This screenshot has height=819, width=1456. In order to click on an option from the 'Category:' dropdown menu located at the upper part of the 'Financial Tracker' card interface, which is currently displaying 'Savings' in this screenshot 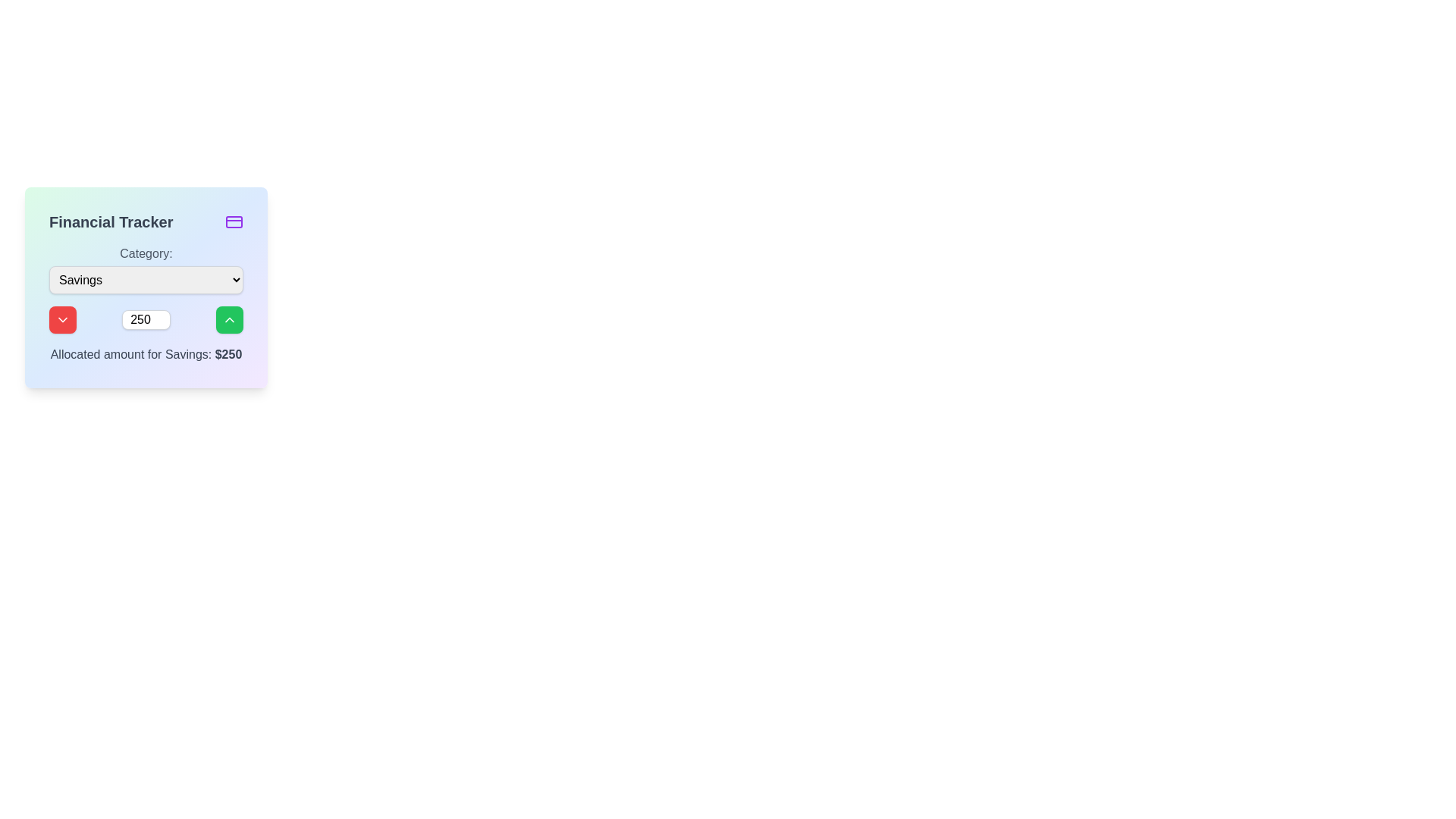, I will do `click(146, 268)`.